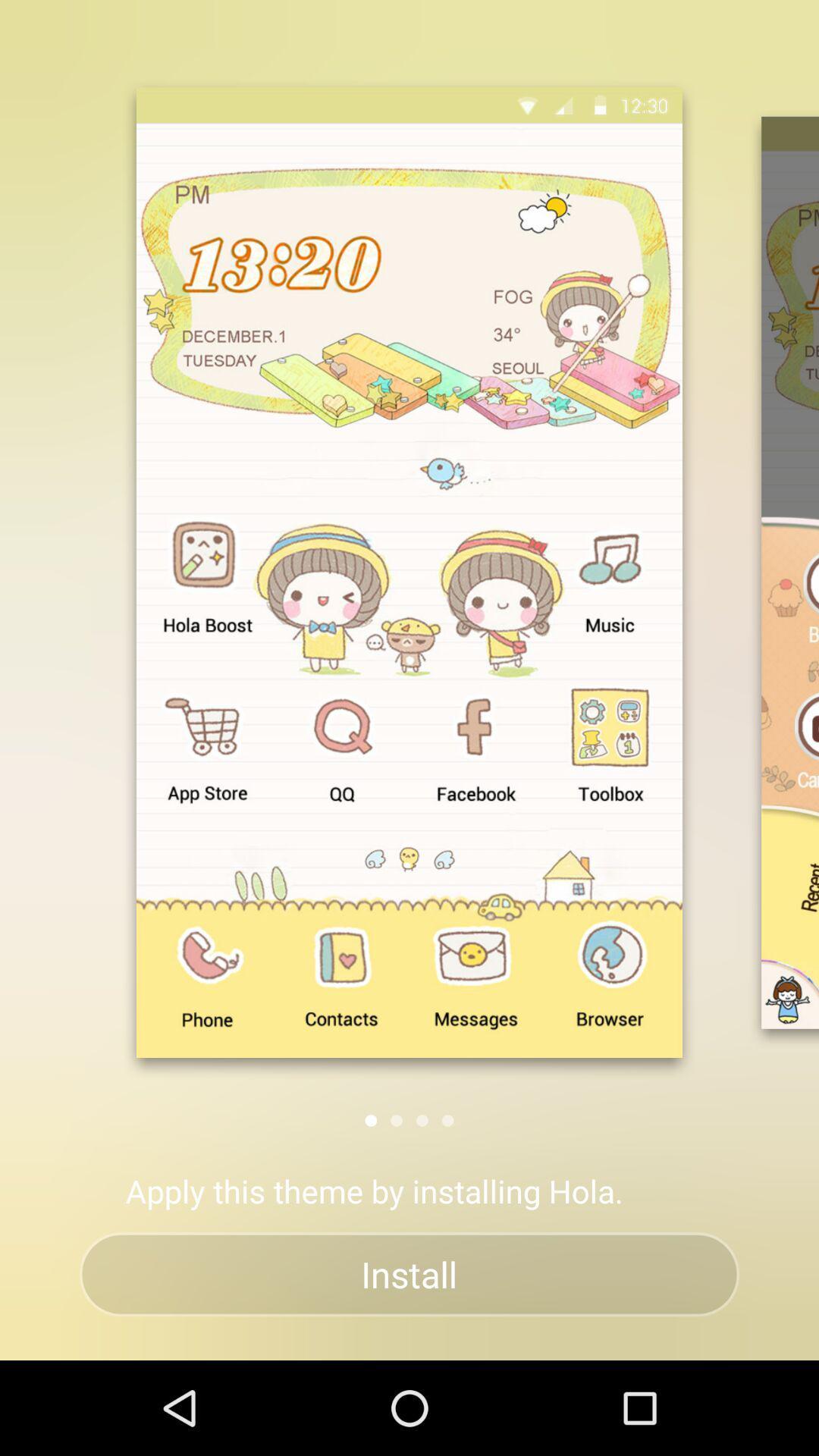 The height and width of the screenshot is (1456, 819). I want to click on app above apply this theme app, so click(422, 1120).